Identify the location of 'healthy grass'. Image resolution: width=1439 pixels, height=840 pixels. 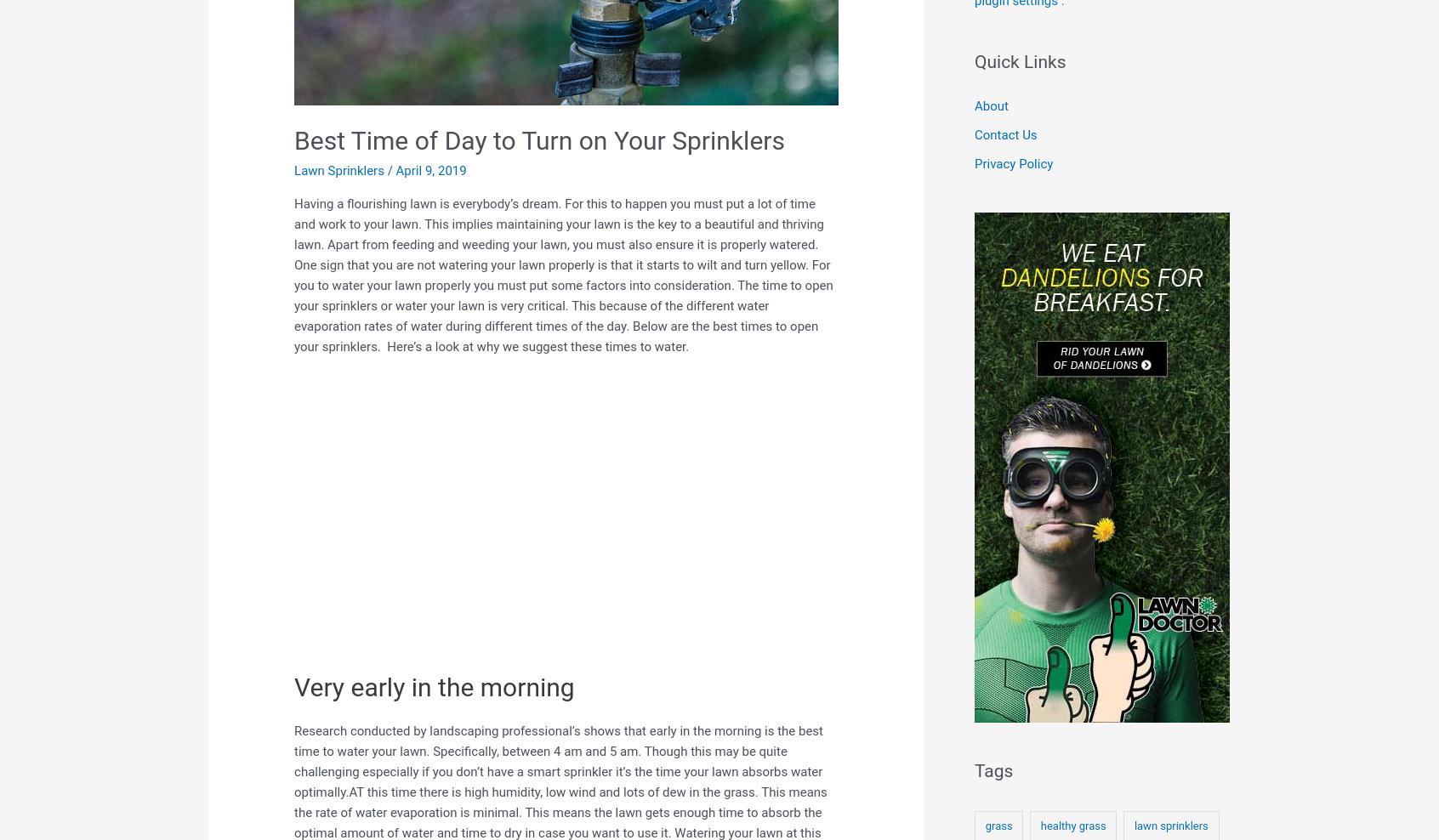
(1072, 825).